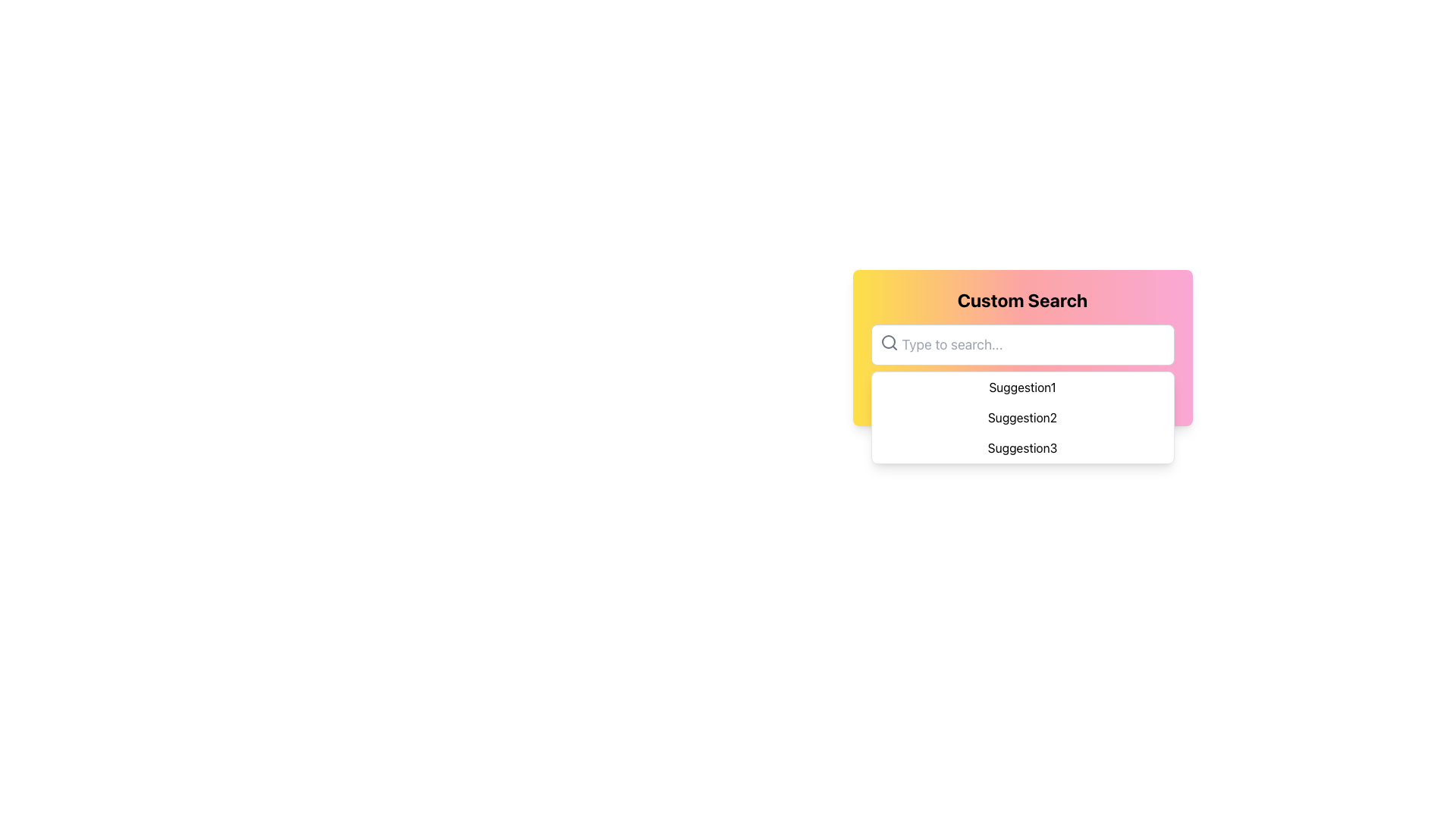  I want to click on the first suggestion in the dropdown menu located below the search input box, so click(1022, 386).